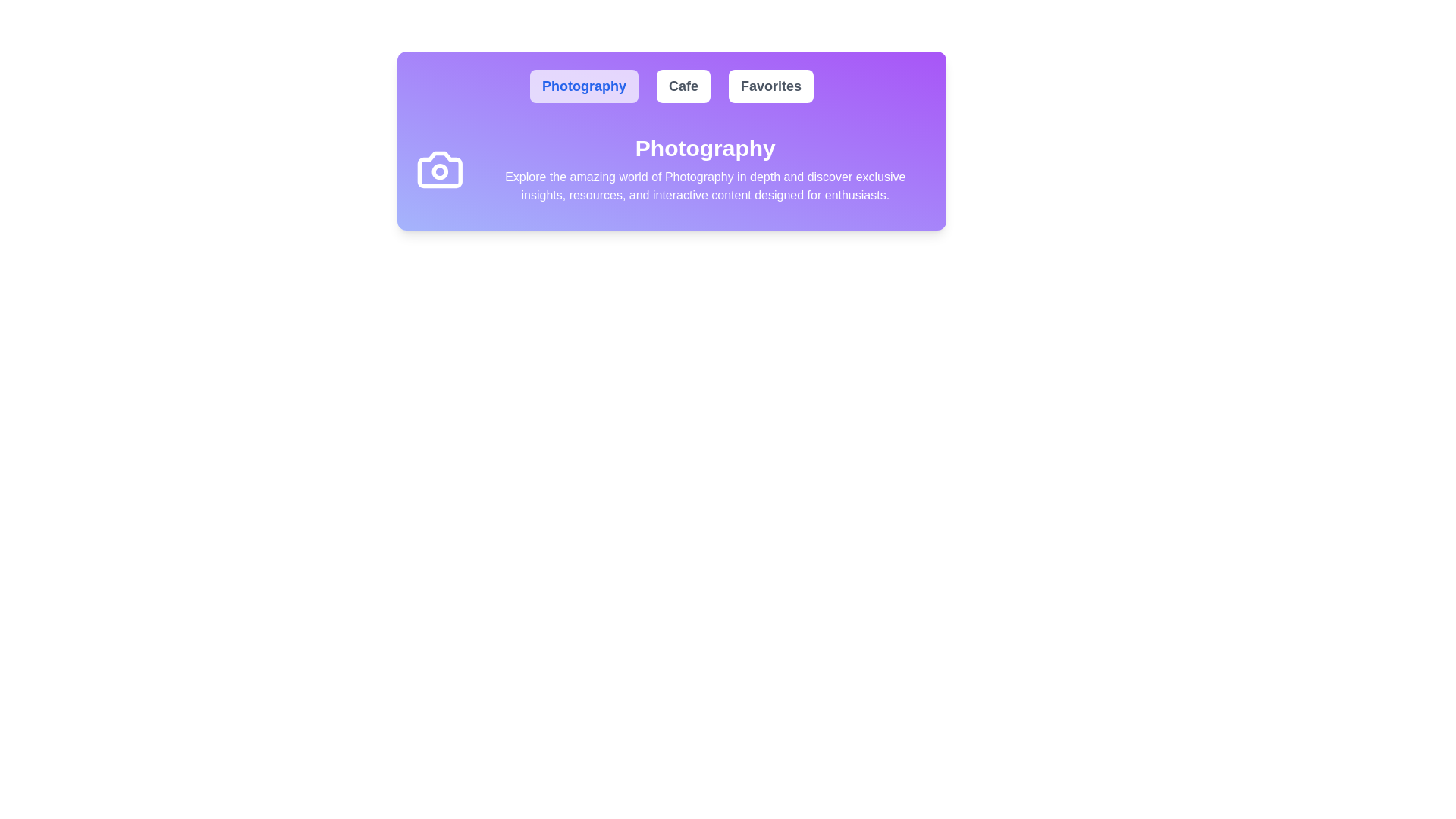  Describe the element at coordinates (704, 149) in the screenshot. I see `text from the Photography label located near the top of the interface` at that location.